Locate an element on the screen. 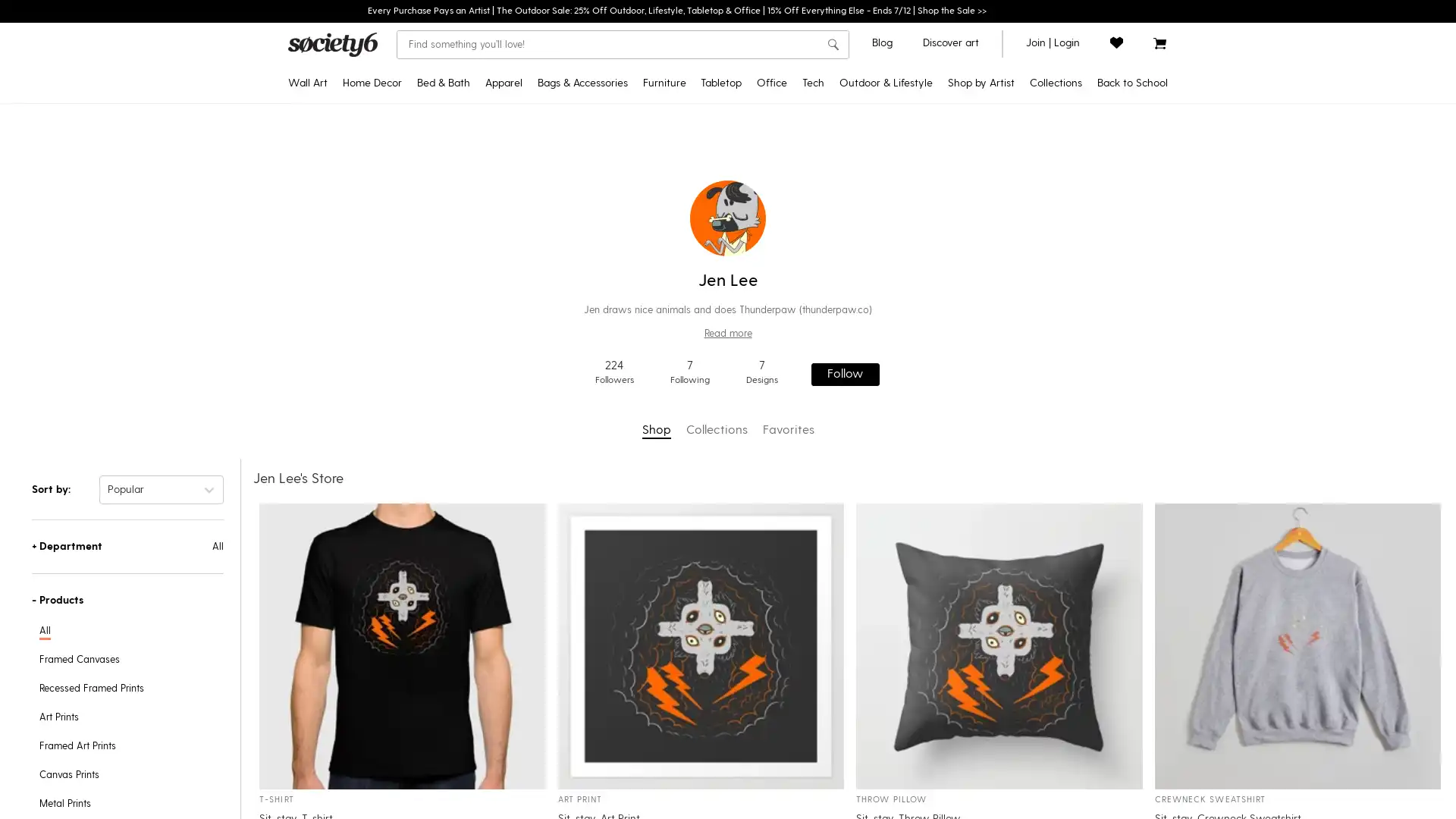  iPhone Wallet Cases is located at coordinates (867, 170).